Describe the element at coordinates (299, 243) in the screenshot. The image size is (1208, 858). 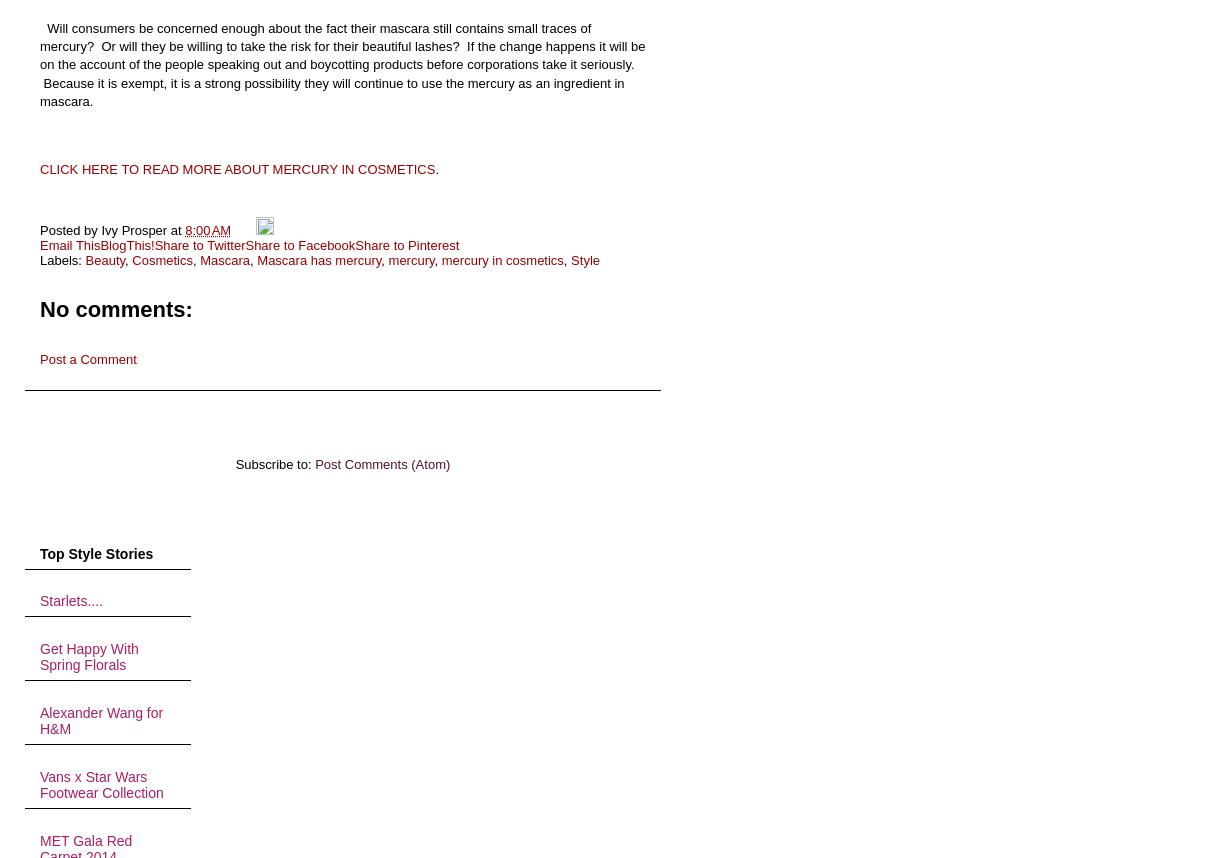
I see `'Share to Facebook'` at that location.